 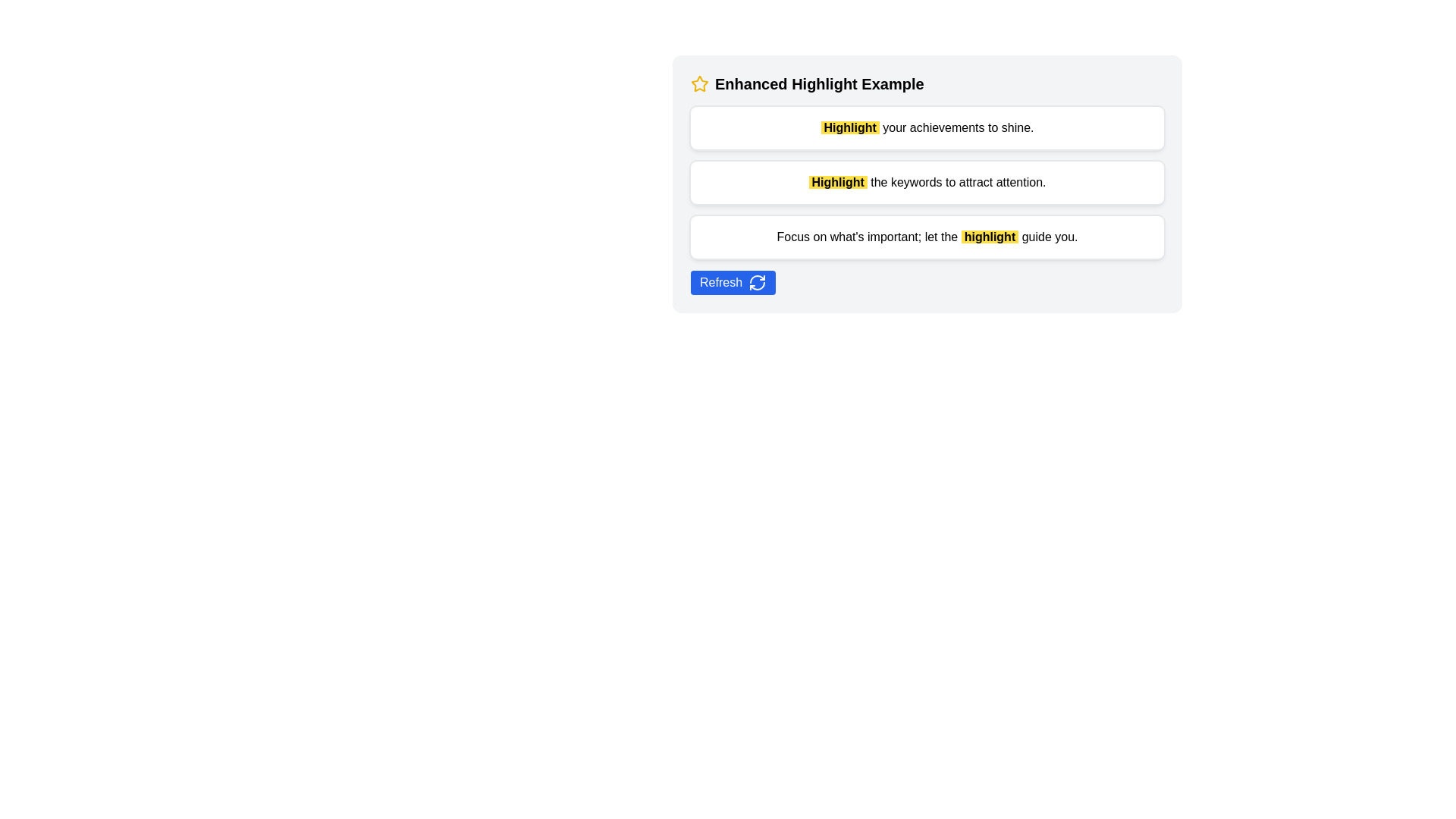 I want to click on the visual style of the bold text label 'highlight' with a yellow background, located in the last sentence of the text area between 'the' and 'guide', so click(x=990, y=237).